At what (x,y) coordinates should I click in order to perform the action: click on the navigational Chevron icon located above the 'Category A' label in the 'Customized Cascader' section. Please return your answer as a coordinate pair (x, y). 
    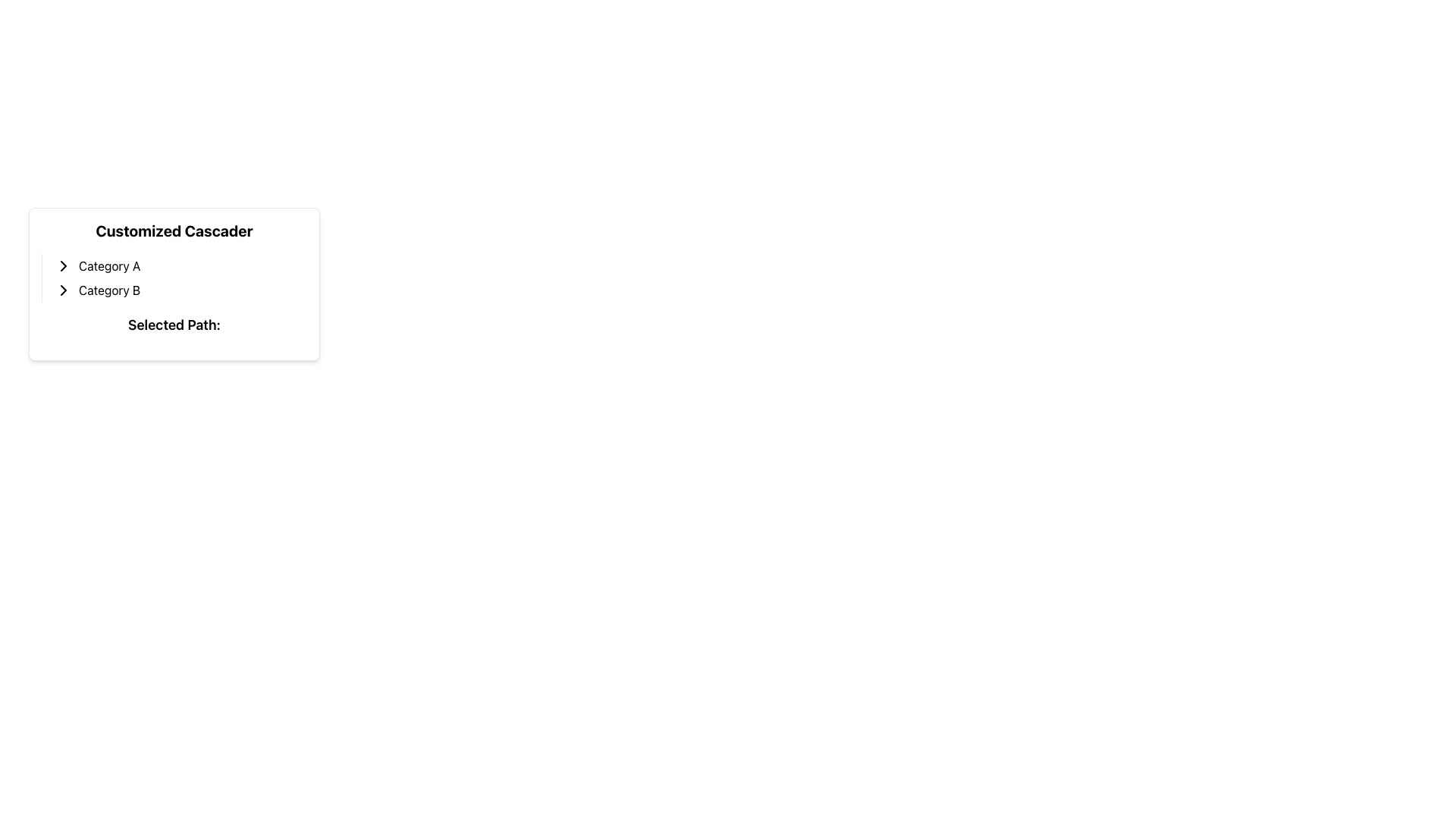
    Looking at the image, I should click on (62, 265).